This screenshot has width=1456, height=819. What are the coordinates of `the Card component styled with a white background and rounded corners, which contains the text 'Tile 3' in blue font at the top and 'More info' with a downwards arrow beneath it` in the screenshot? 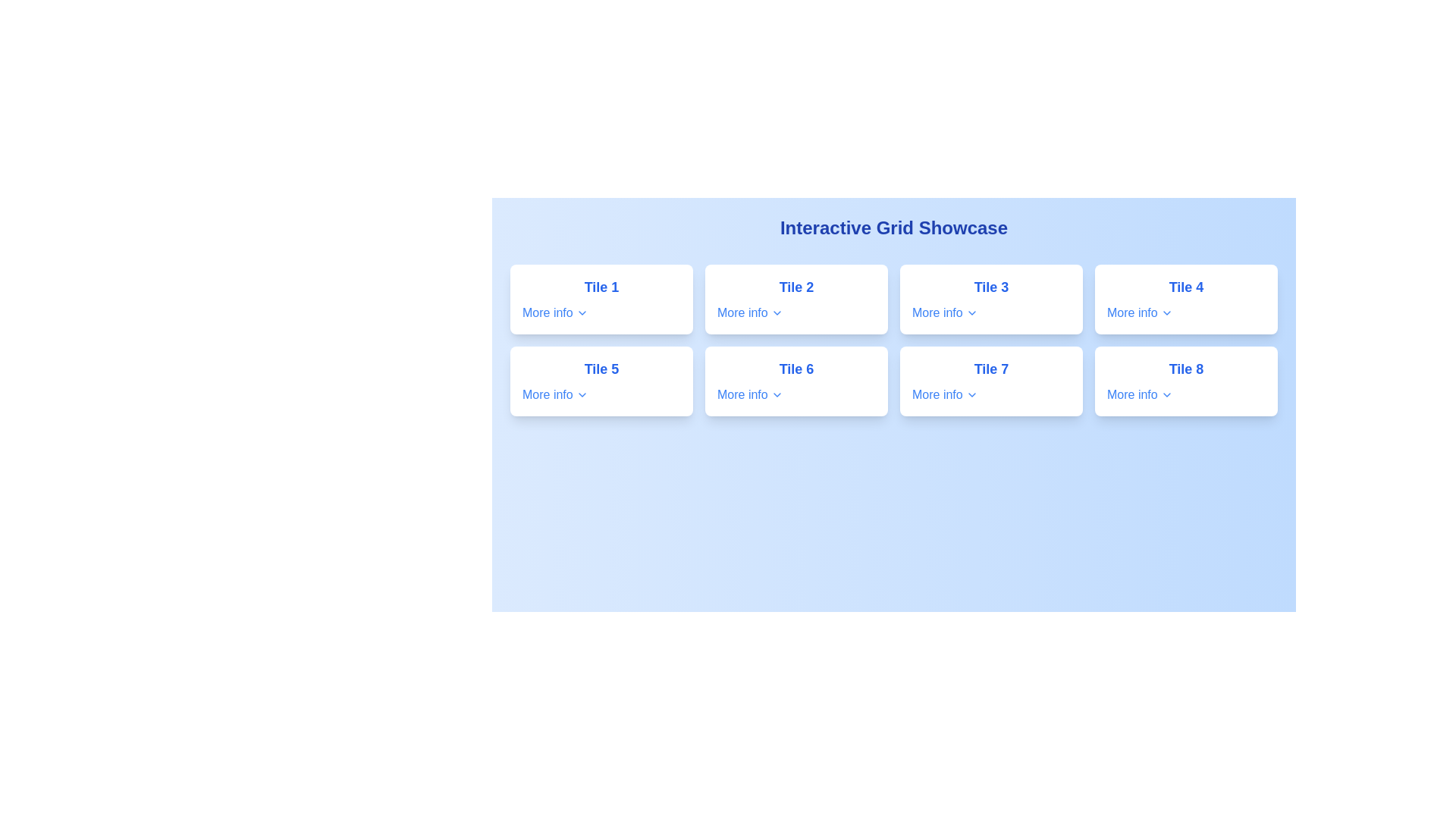 It's located at (991, 299).